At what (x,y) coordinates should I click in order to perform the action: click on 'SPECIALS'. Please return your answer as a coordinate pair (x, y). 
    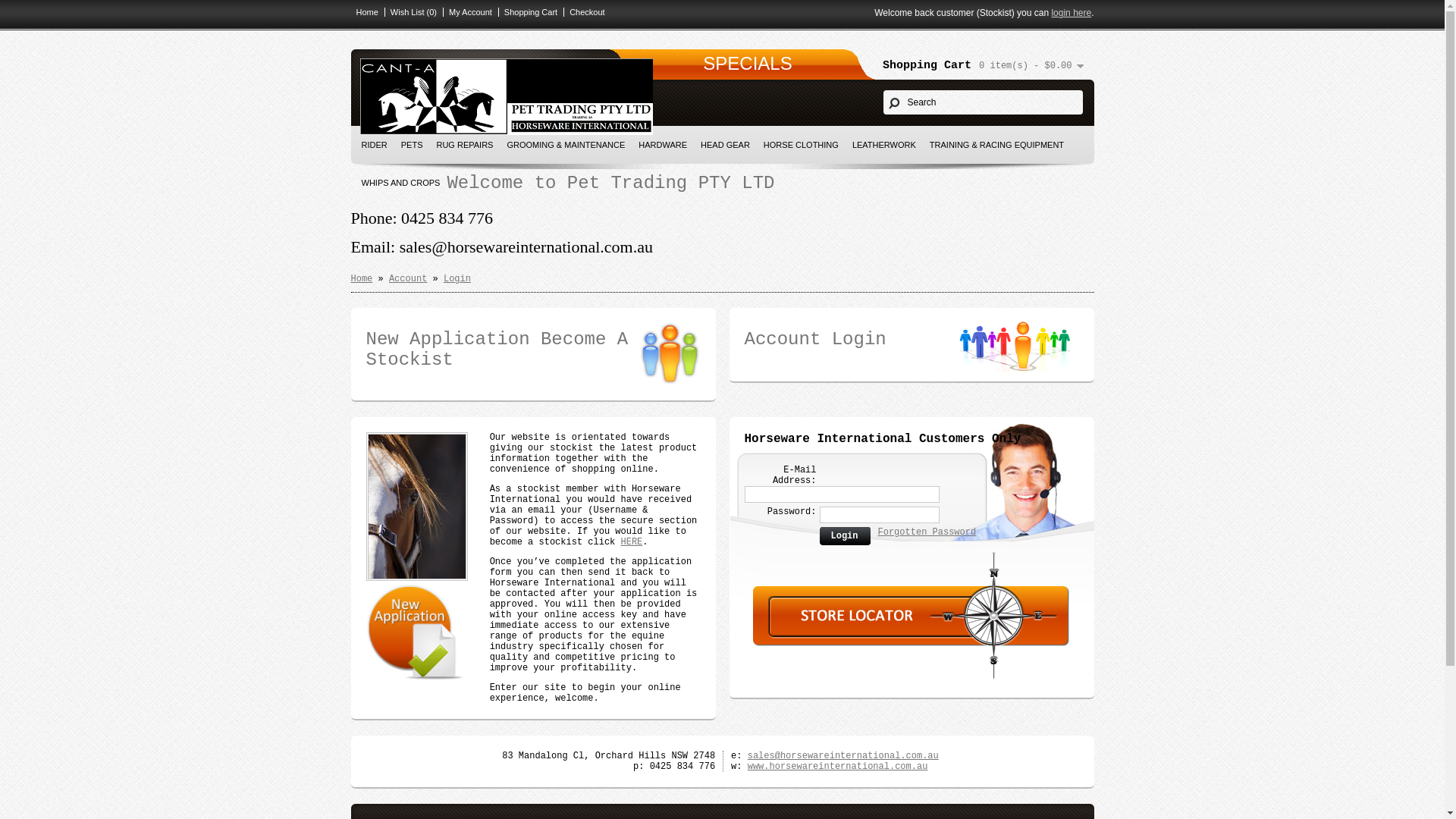
    Looking at the image, I should click on (747, 63).